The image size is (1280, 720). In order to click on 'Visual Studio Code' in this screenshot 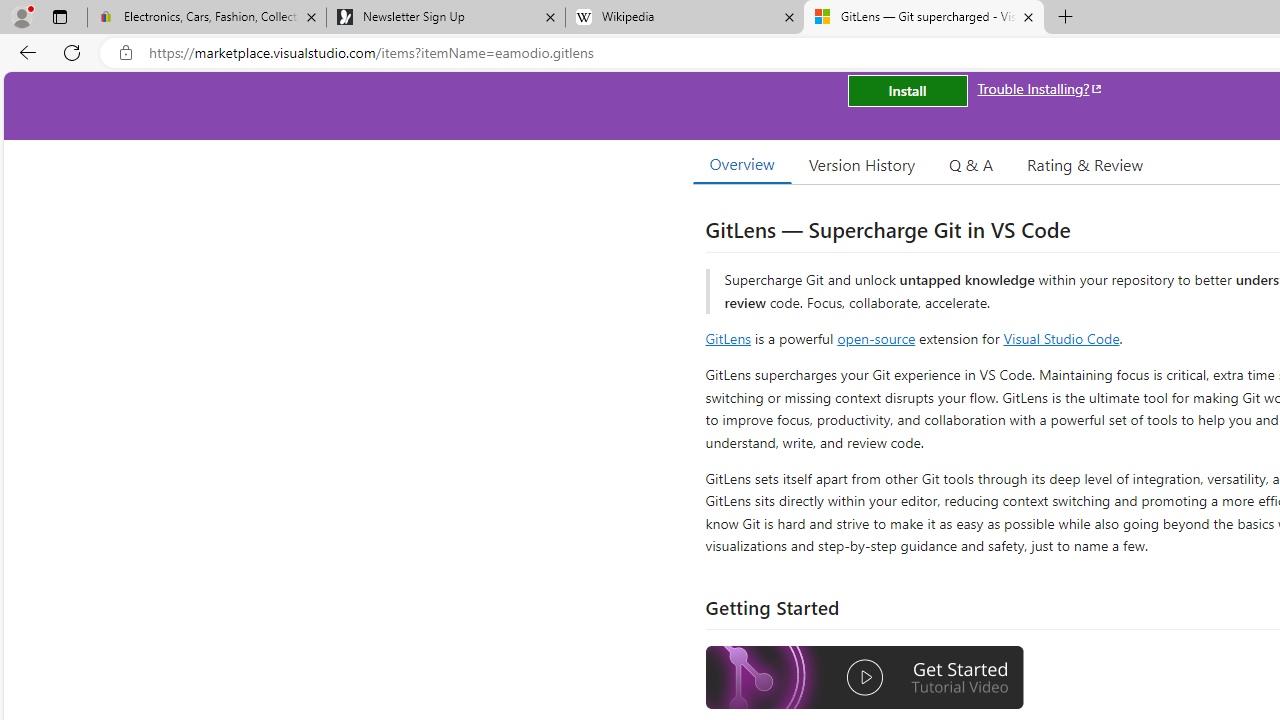, I will do `click(1060, 337)`.